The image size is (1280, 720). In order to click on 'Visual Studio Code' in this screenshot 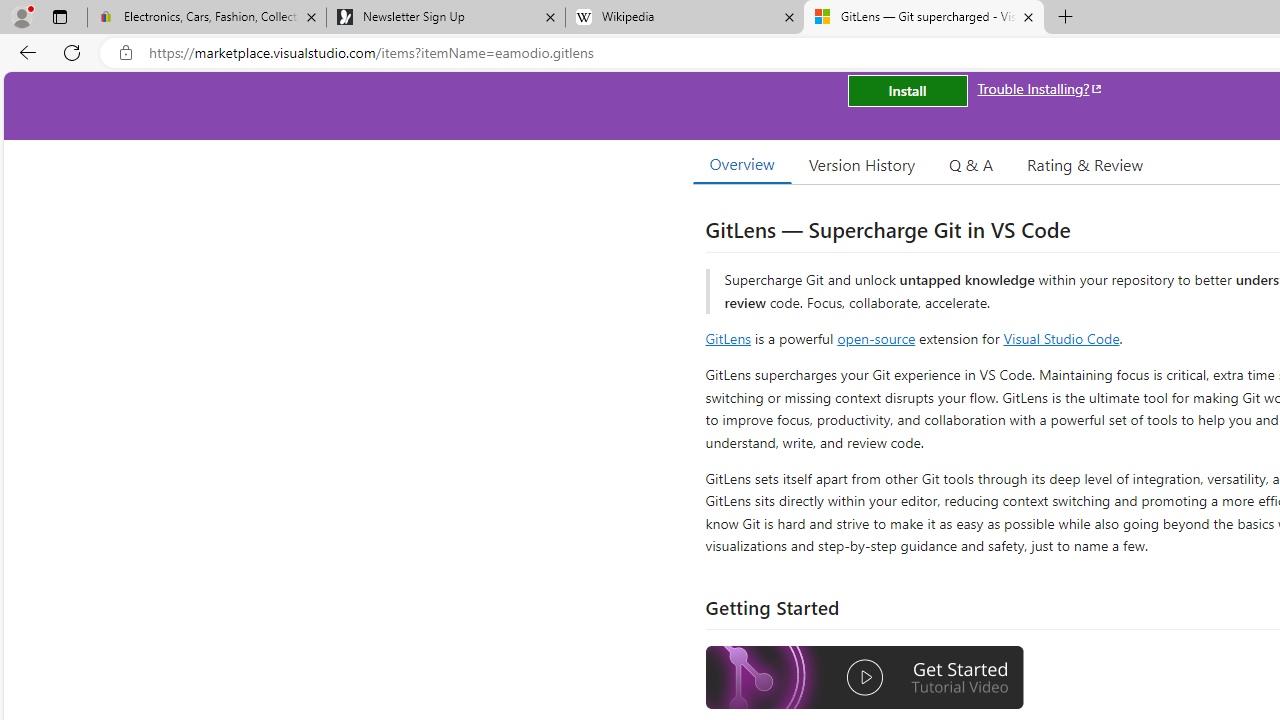, I will do `click(1060, 337)`.